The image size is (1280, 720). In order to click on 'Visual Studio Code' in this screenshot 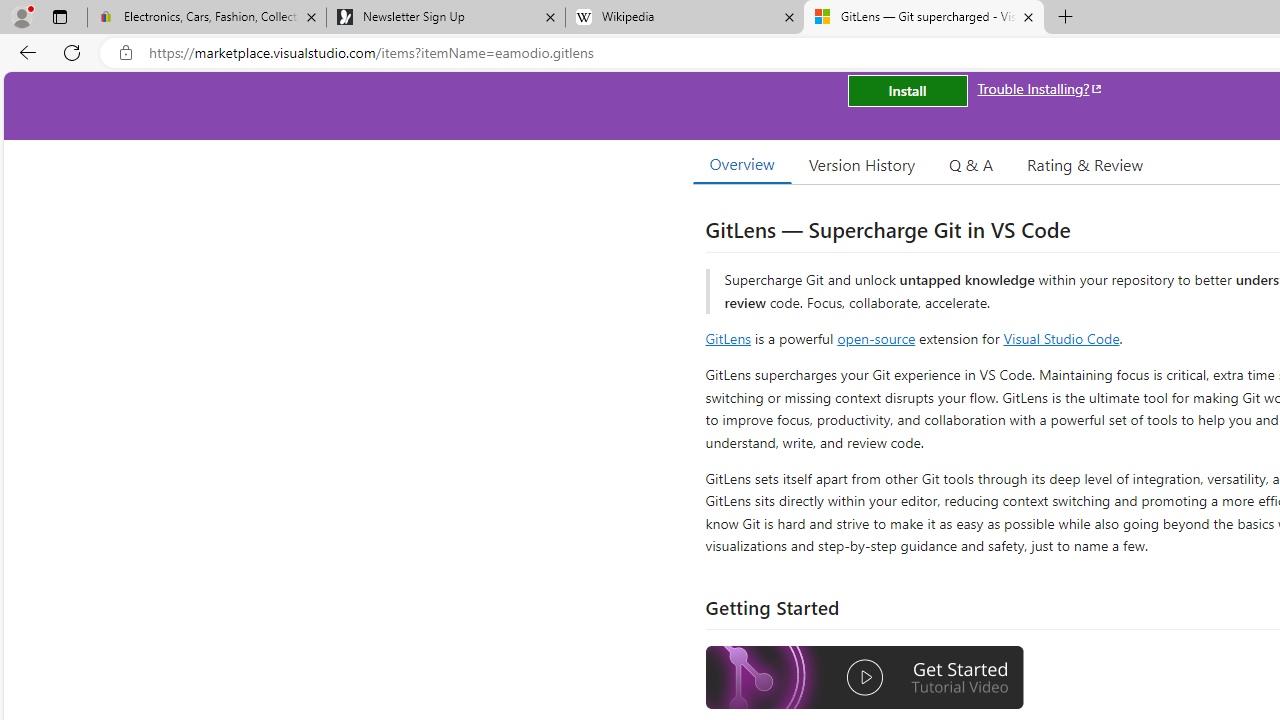, I will do `click(1060, 337)`.